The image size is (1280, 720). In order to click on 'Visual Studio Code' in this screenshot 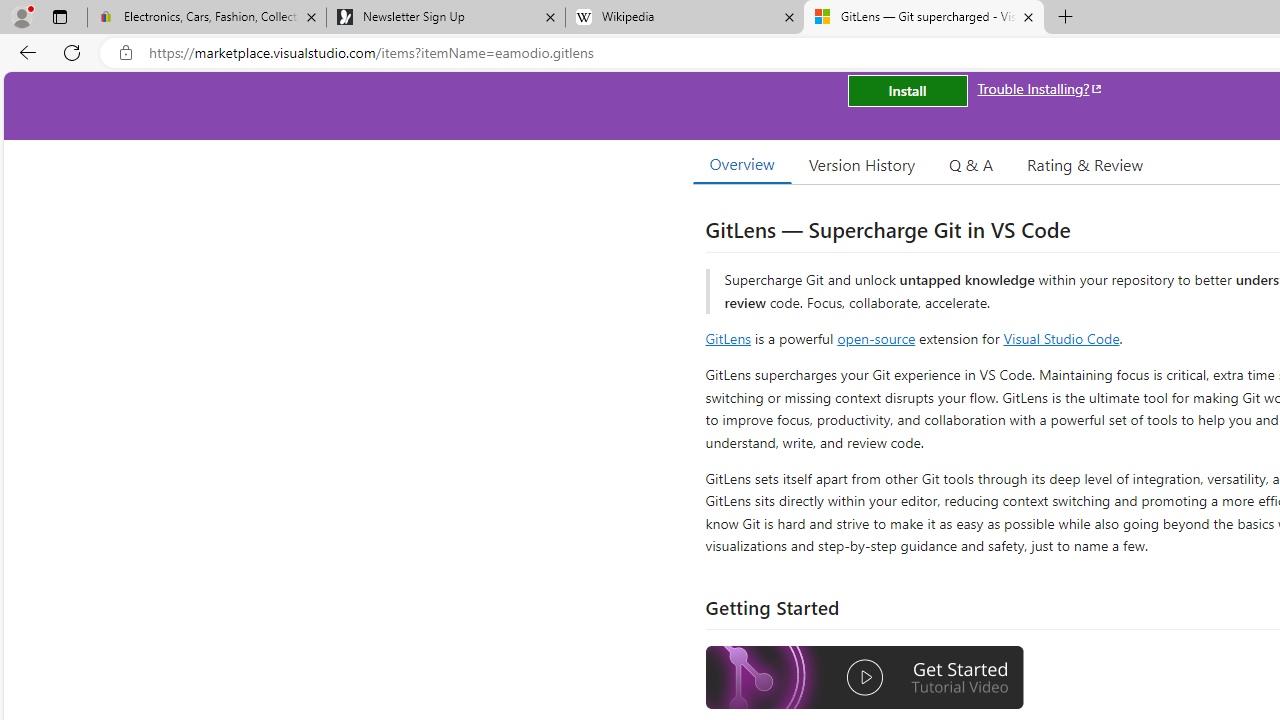, I will do `click(1060, 337)`.